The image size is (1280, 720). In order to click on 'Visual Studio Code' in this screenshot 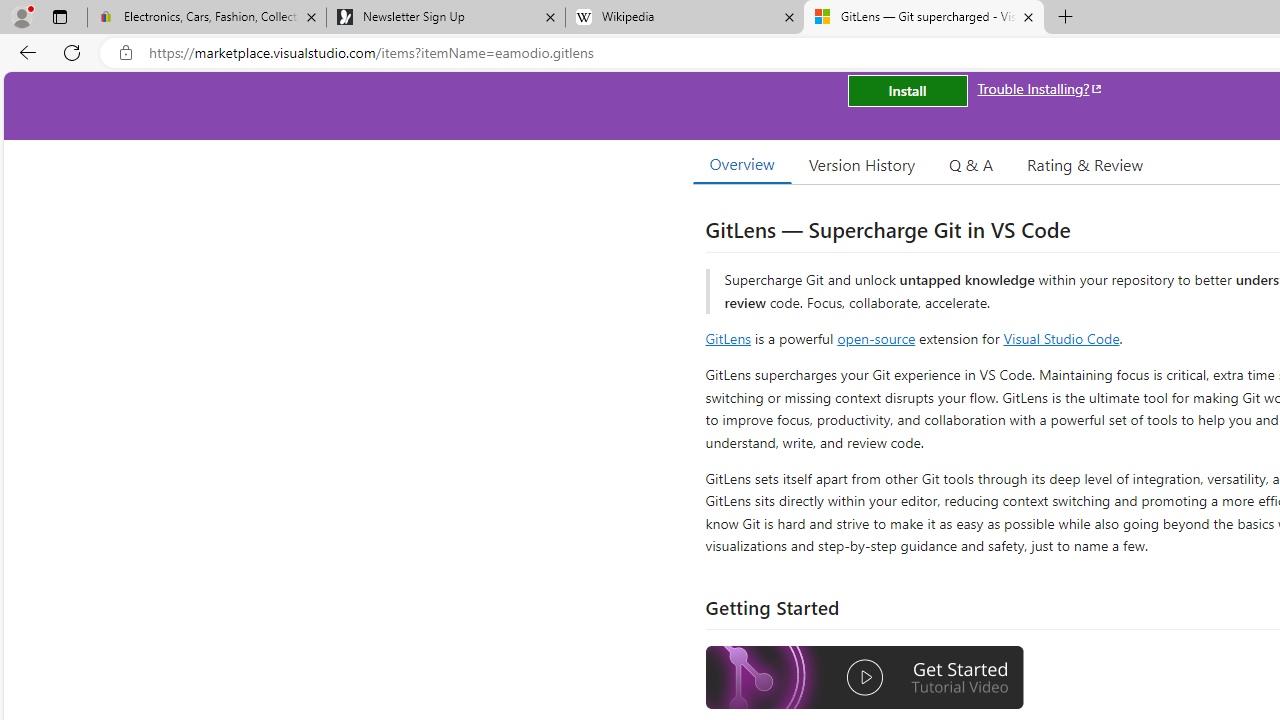, I will do `click(1060, 337)`.